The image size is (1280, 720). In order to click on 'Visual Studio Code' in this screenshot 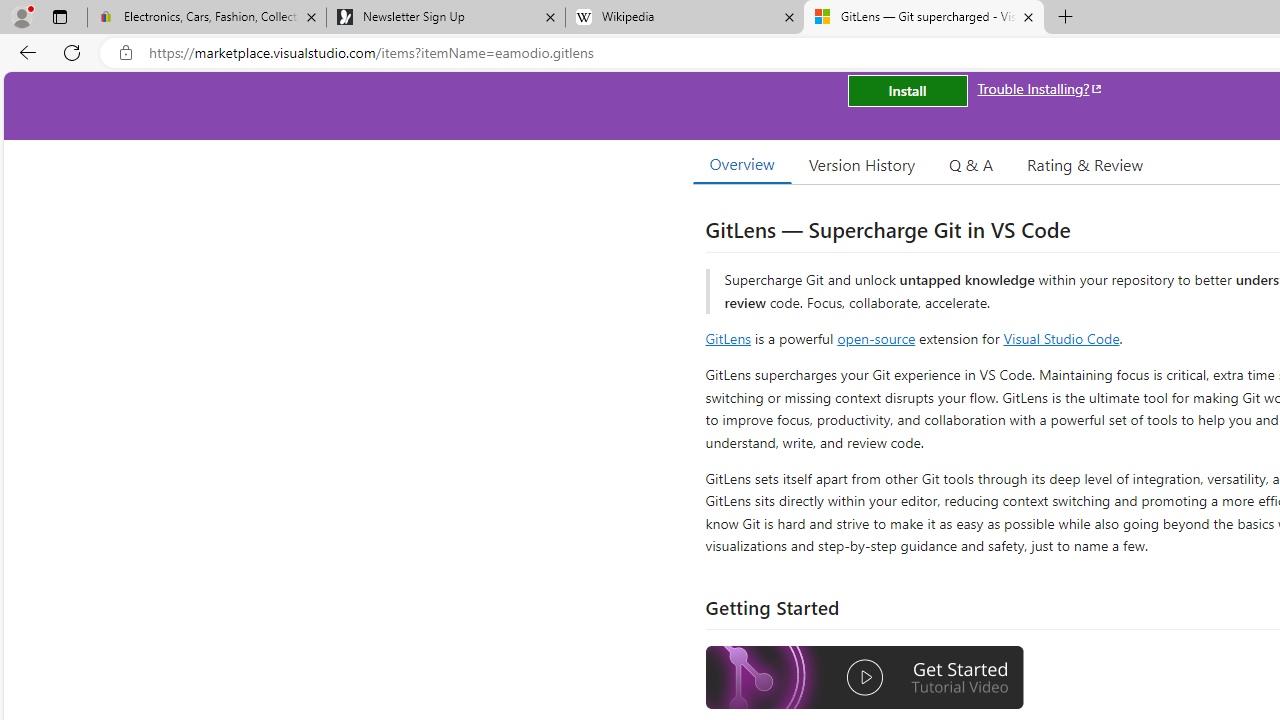, I will do `click(1060, 337)`.